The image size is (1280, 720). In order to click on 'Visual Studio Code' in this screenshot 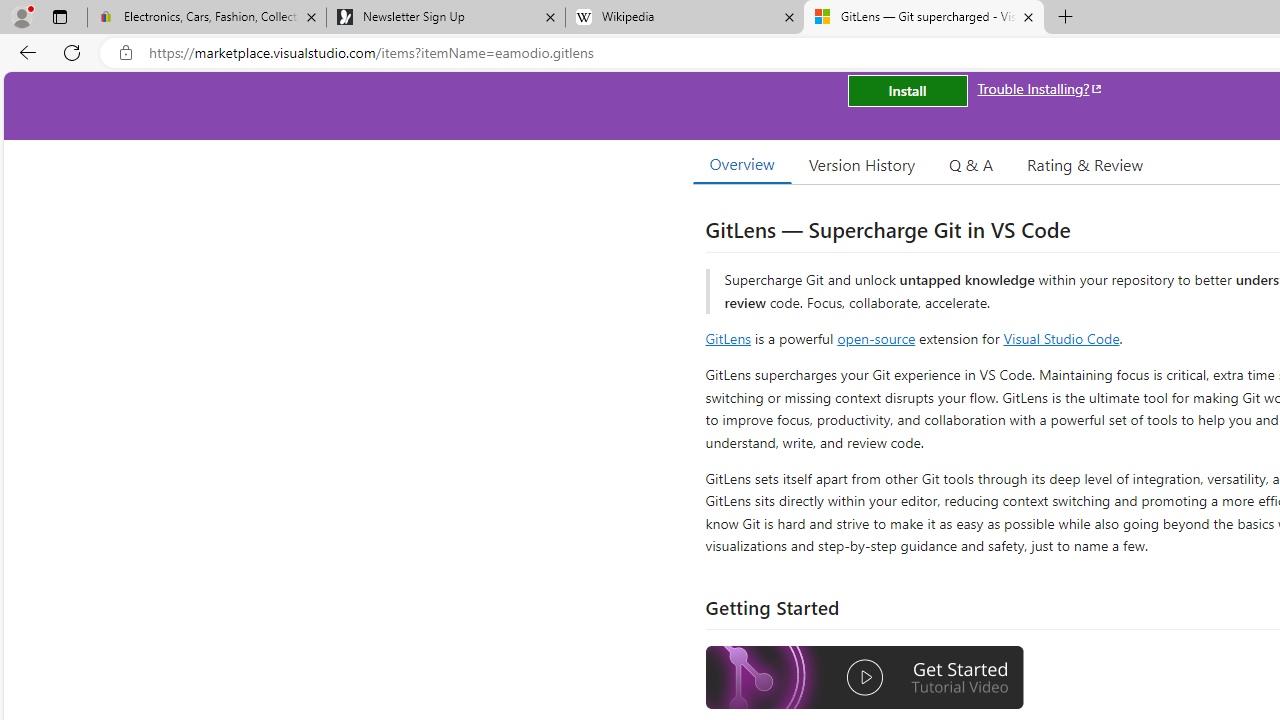, I will do `click(1060, 337)`.